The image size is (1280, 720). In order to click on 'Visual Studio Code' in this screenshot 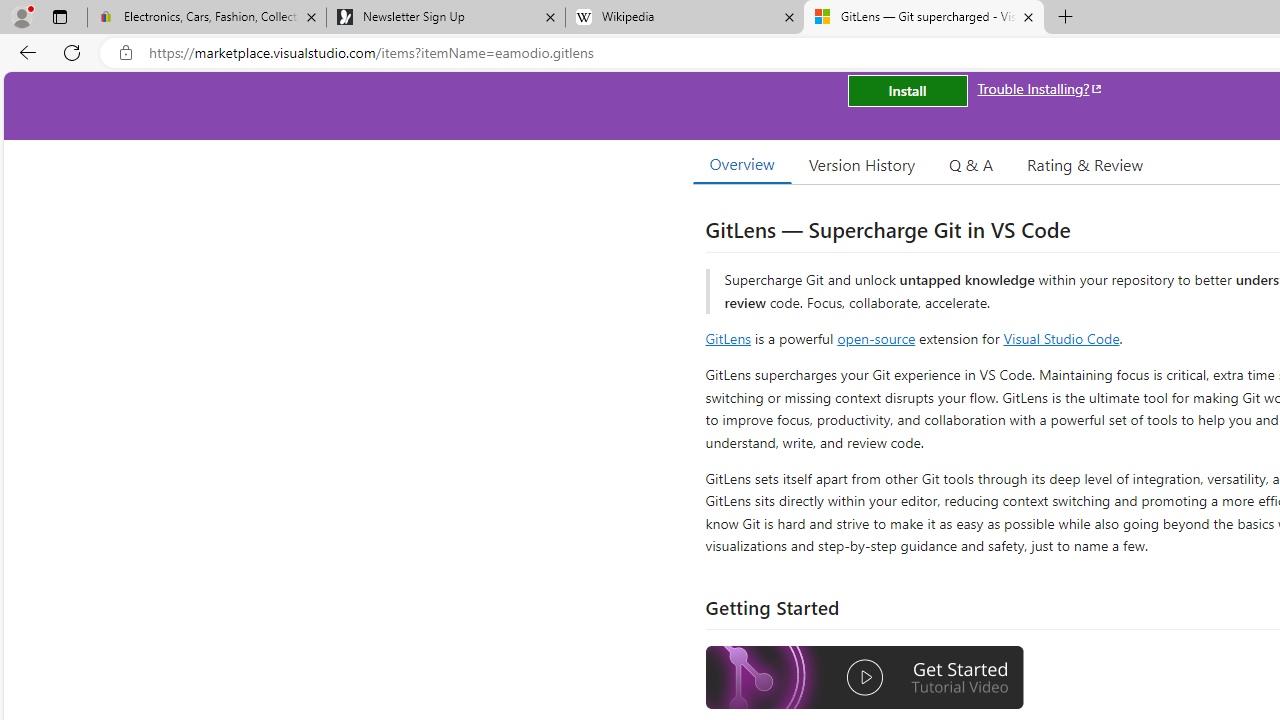, I will do `click(1060, 337)`.